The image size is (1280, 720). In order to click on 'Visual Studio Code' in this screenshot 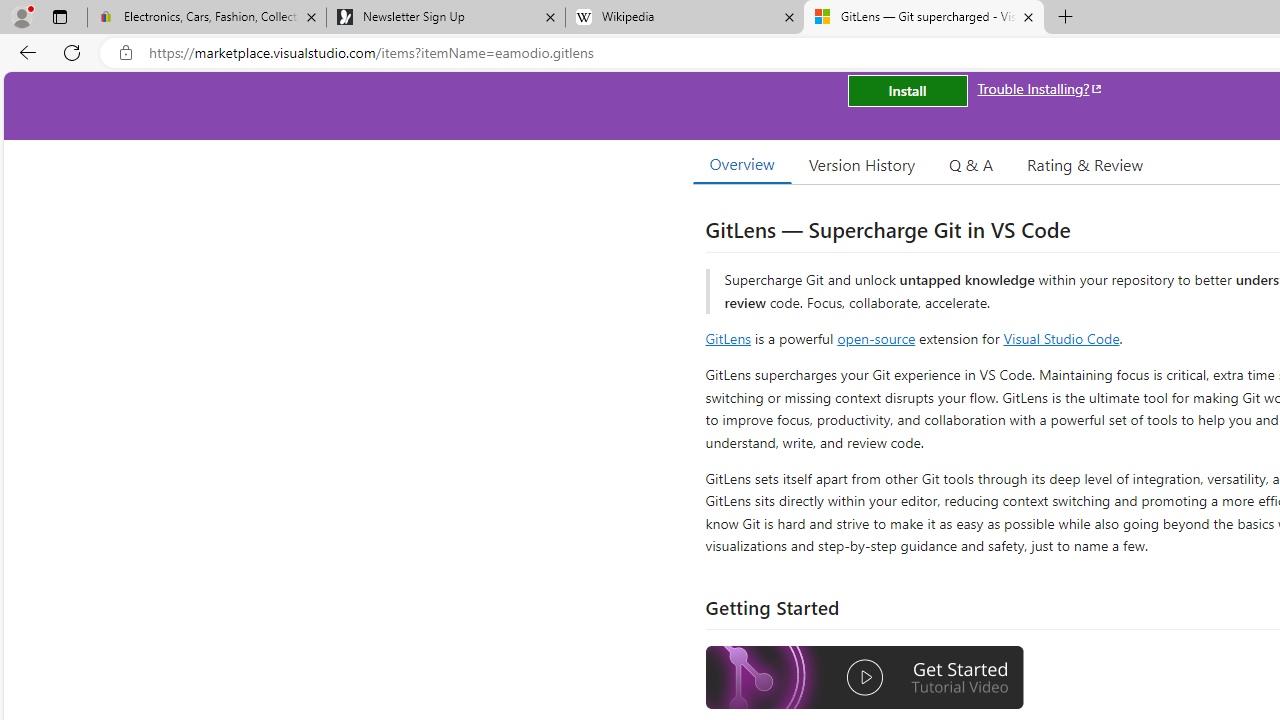, I will do `click(1060, 337)`.